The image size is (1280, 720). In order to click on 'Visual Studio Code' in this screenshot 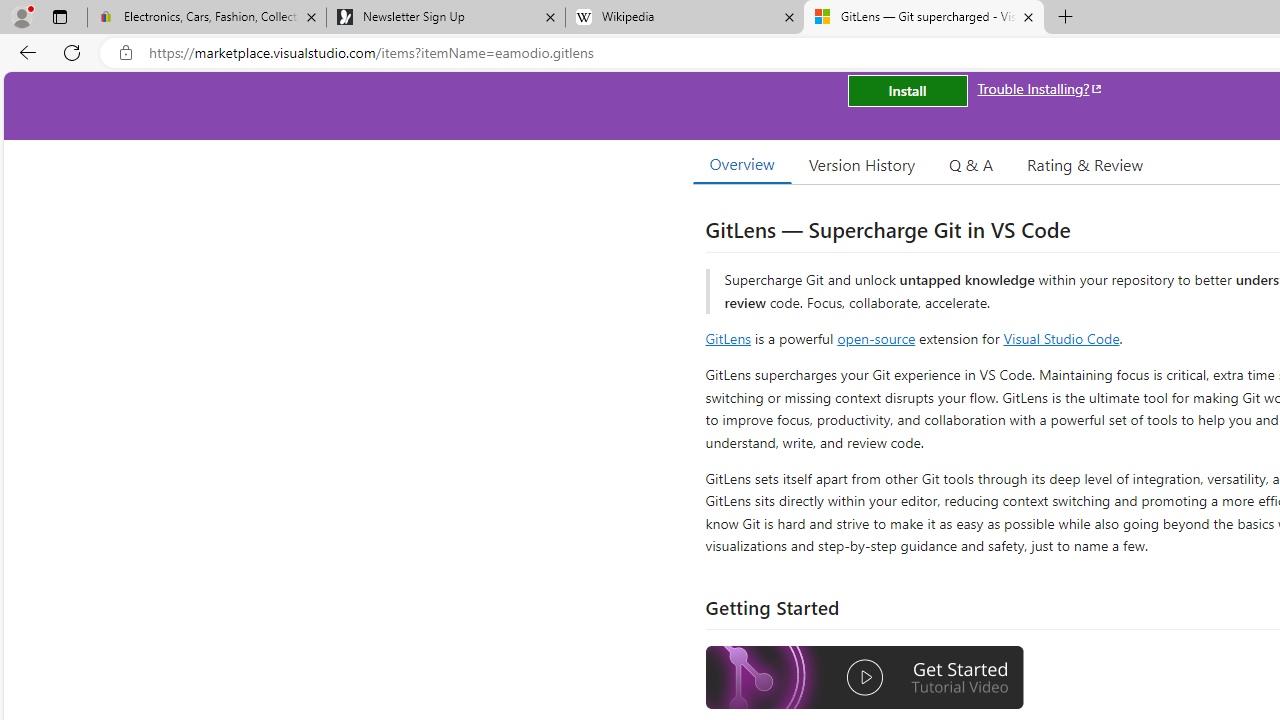, I will do `click(1060, 337)`.